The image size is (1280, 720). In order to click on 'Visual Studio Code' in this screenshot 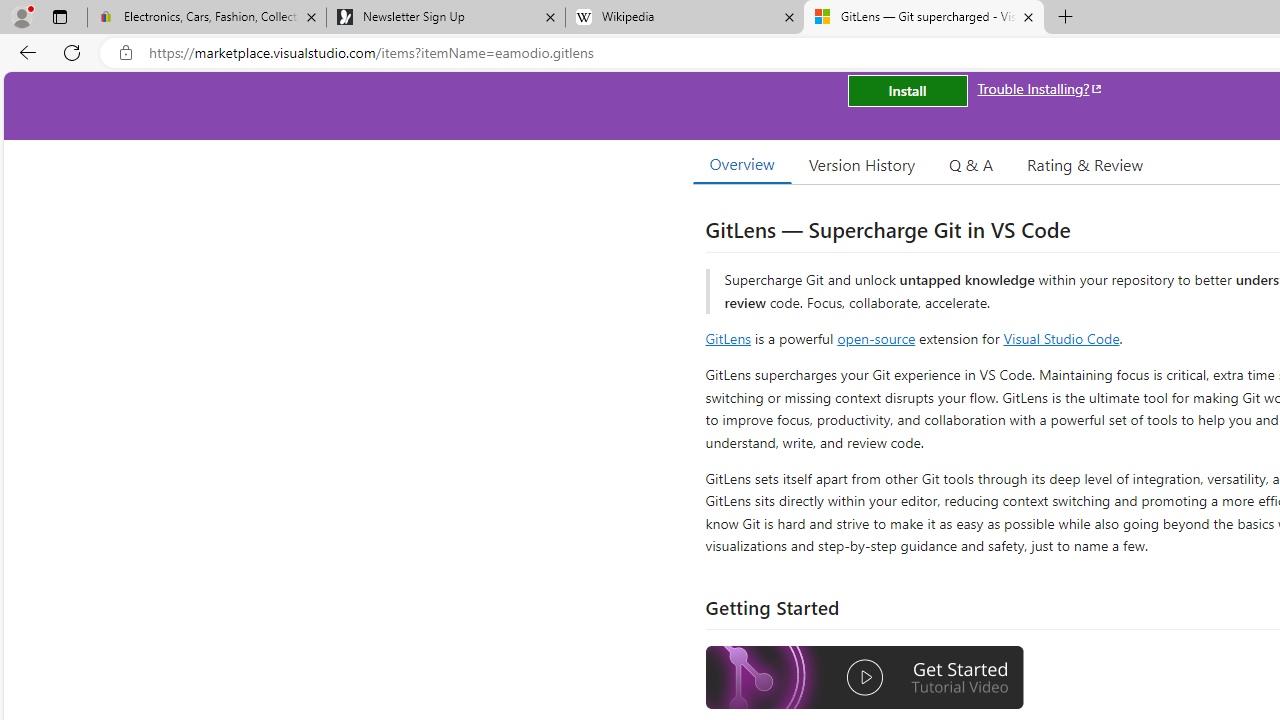, I will do `click(1060, 337)`.